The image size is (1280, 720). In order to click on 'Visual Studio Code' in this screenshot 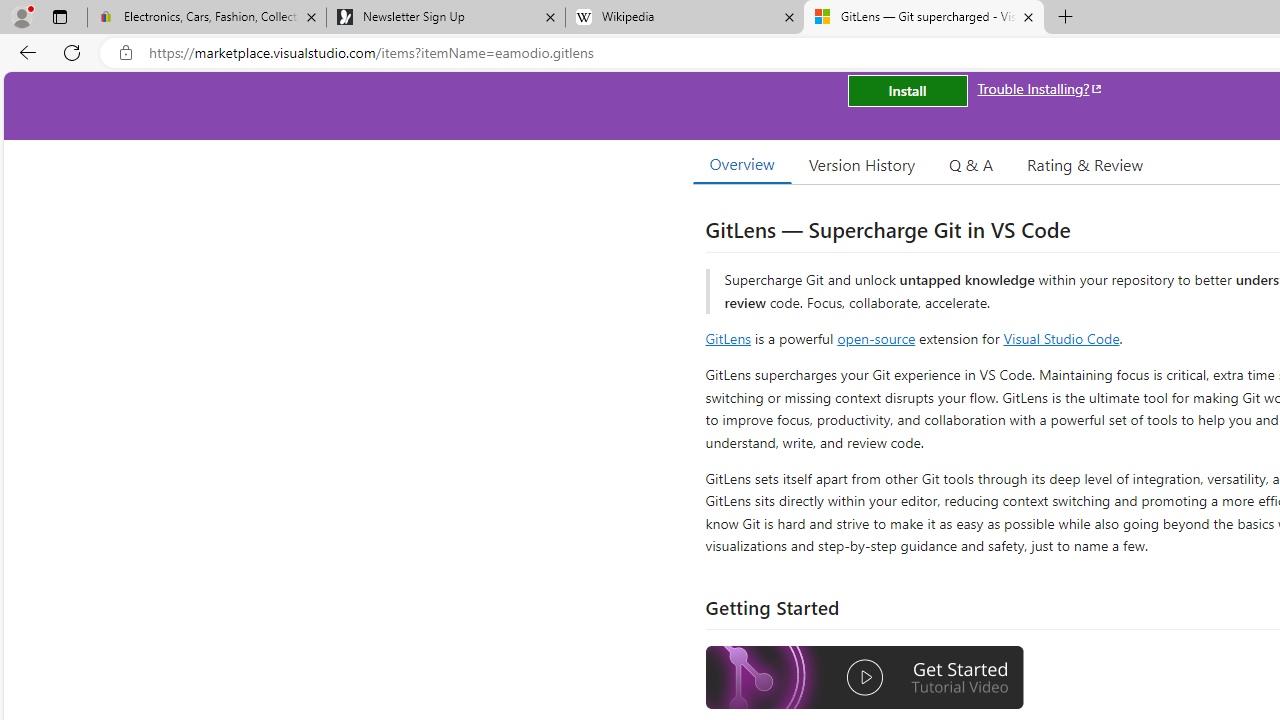, I will do `click(1060, 337)`.